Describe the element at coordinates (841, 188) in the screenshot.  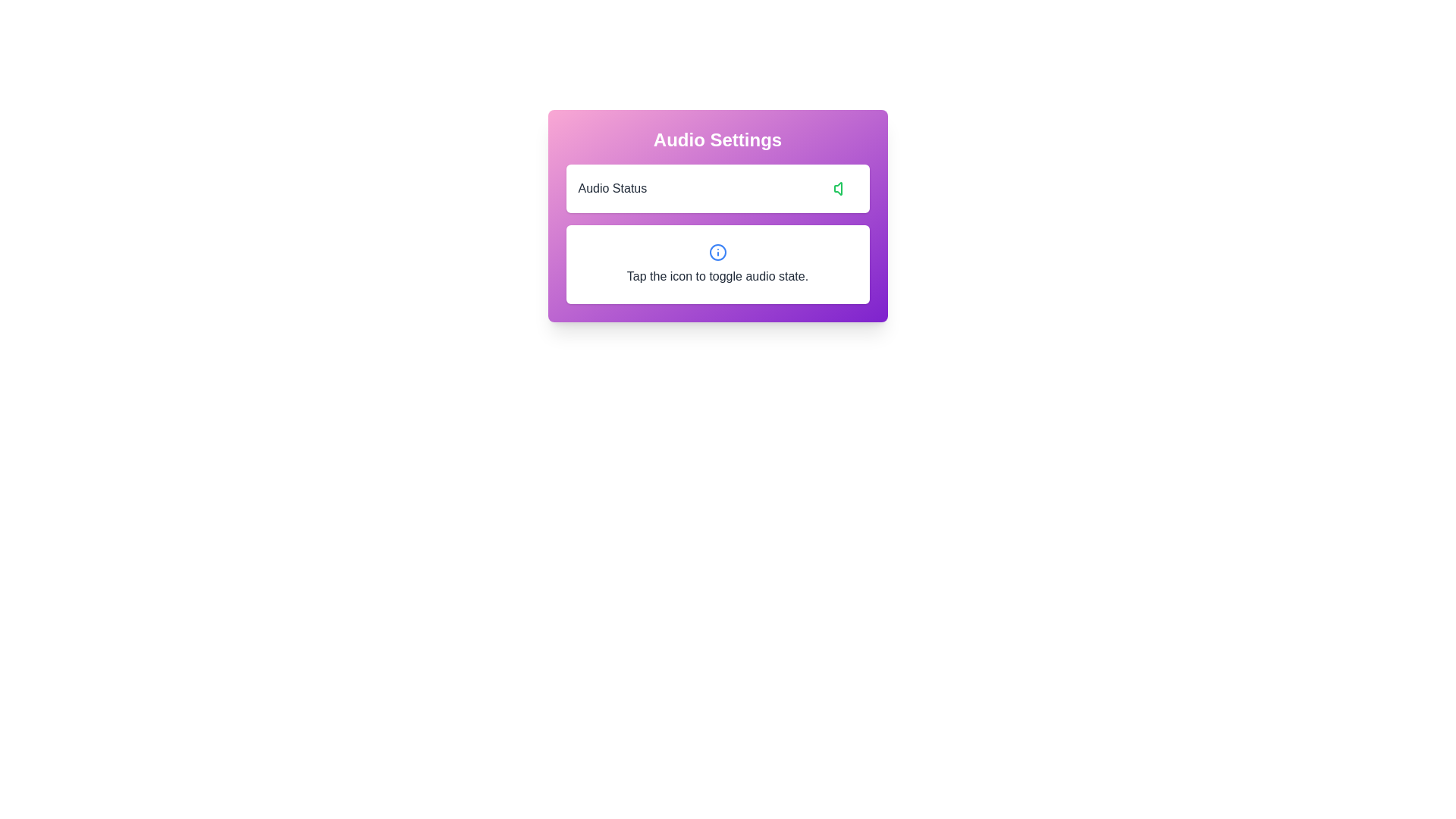
I see `the toggle audio button to change the audio state` at that location.